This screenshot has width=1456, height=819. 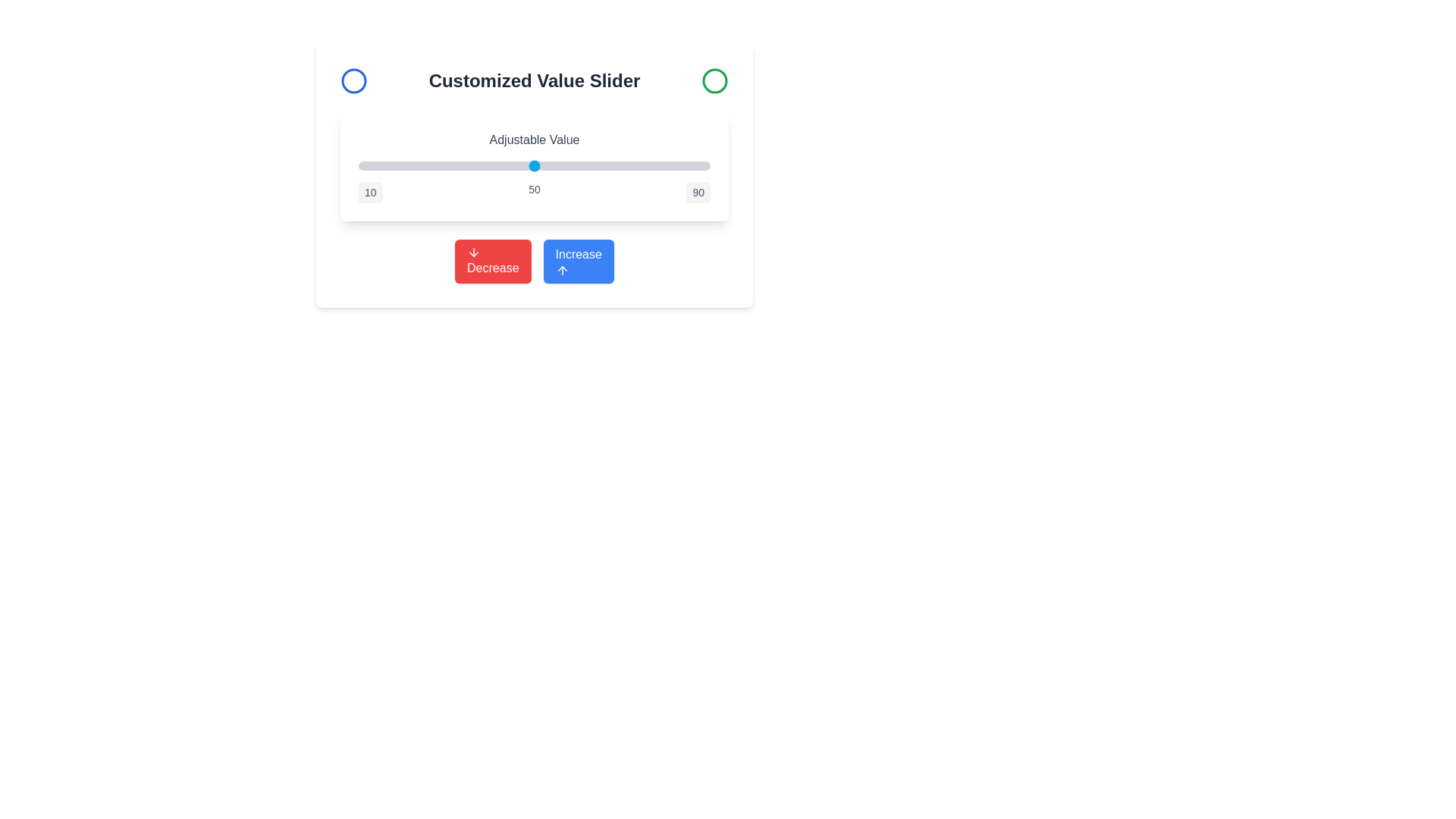 What do you see at coordinates (586, 166) in the screenshot?
I see `the slider value` at bounding box center [586, 166].